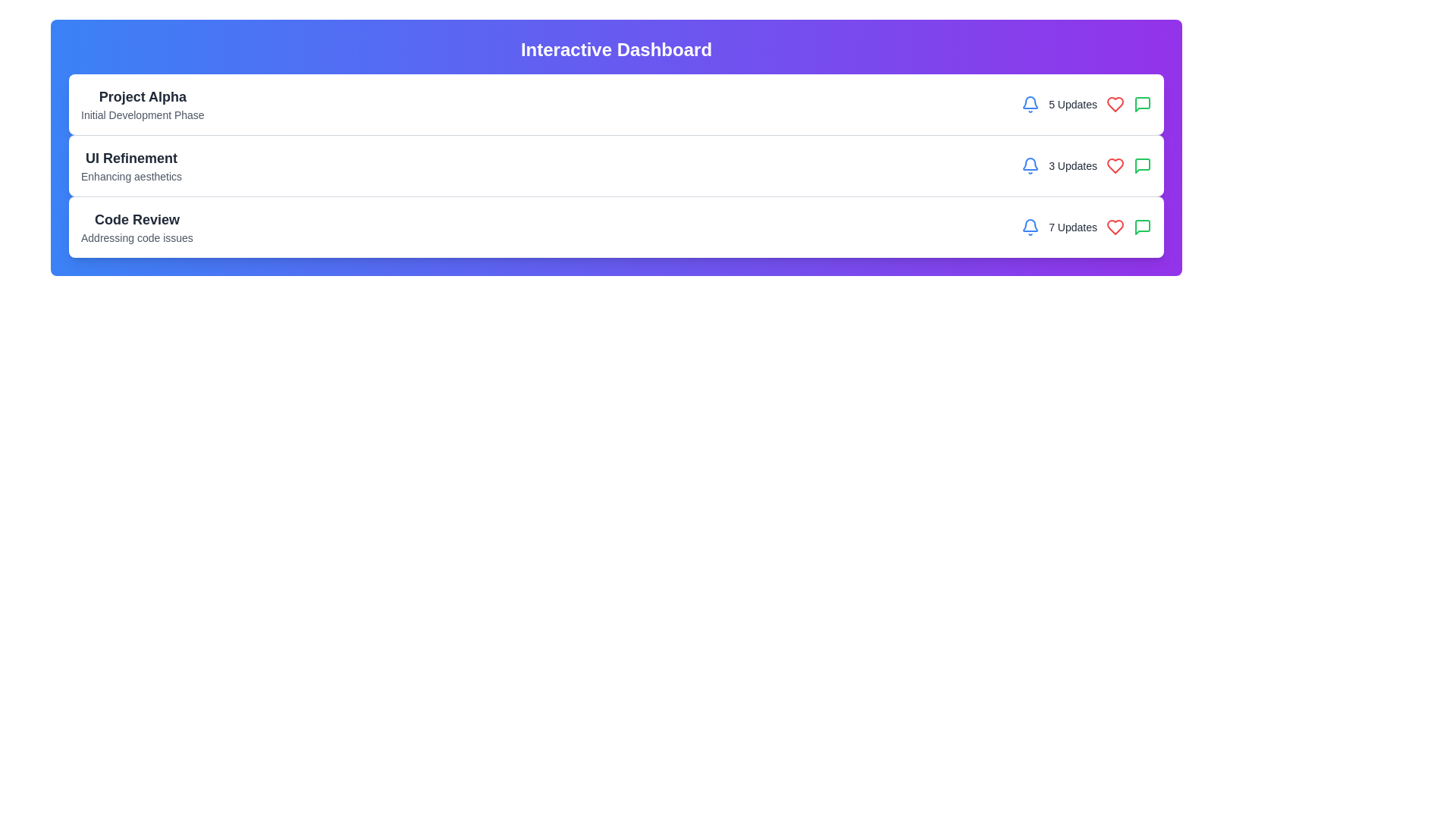 The height and width of the screenshot is (819, 1456). I want to click on the green message icon representing '5 Updates', so click(1143, 104).